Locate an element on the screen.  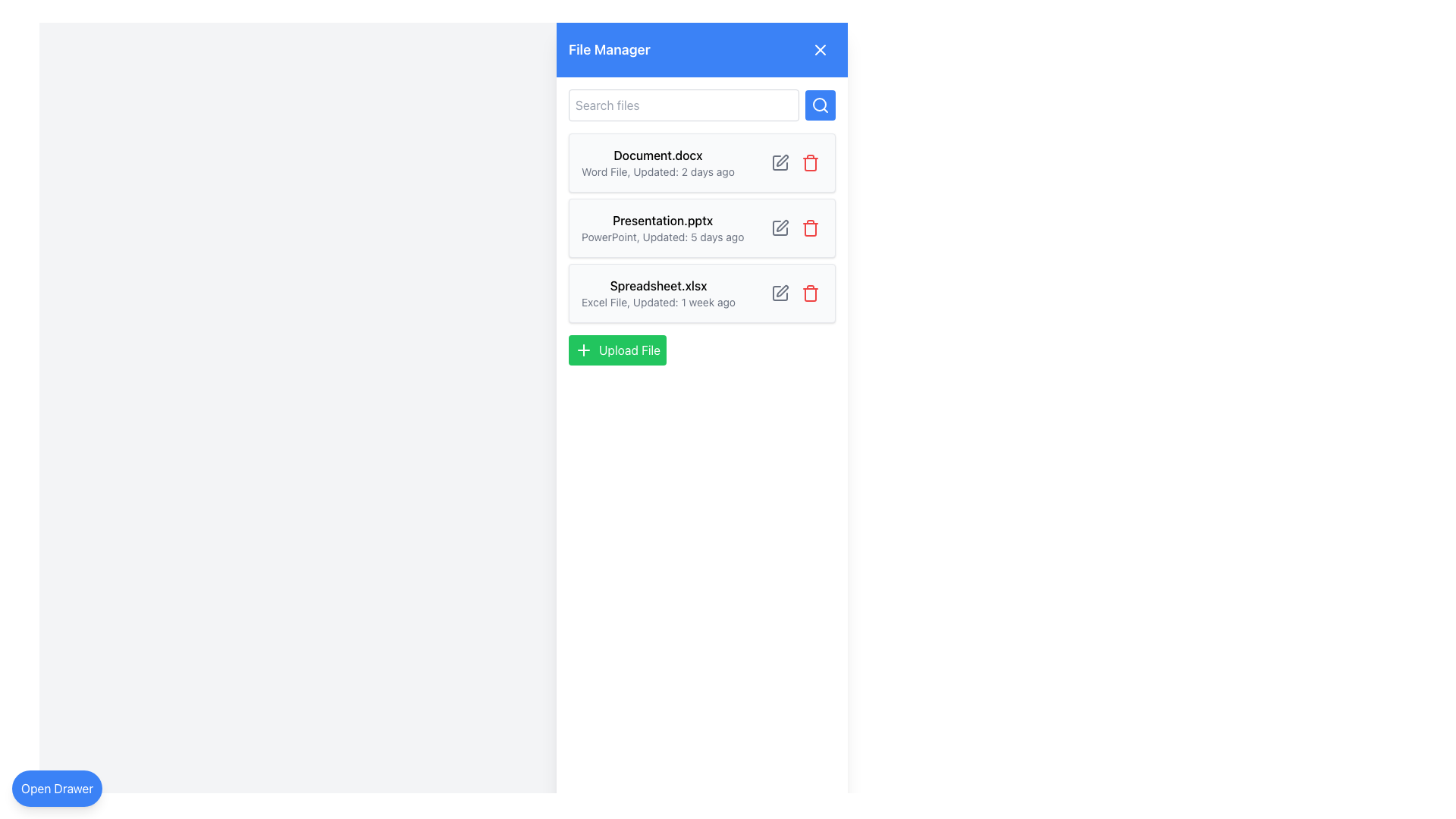
the pencil icon button located in the top-right corner of the third file entry for 'Spreadsheet.xlsx' to initiate an edit action is located at coordinates (795, 293).